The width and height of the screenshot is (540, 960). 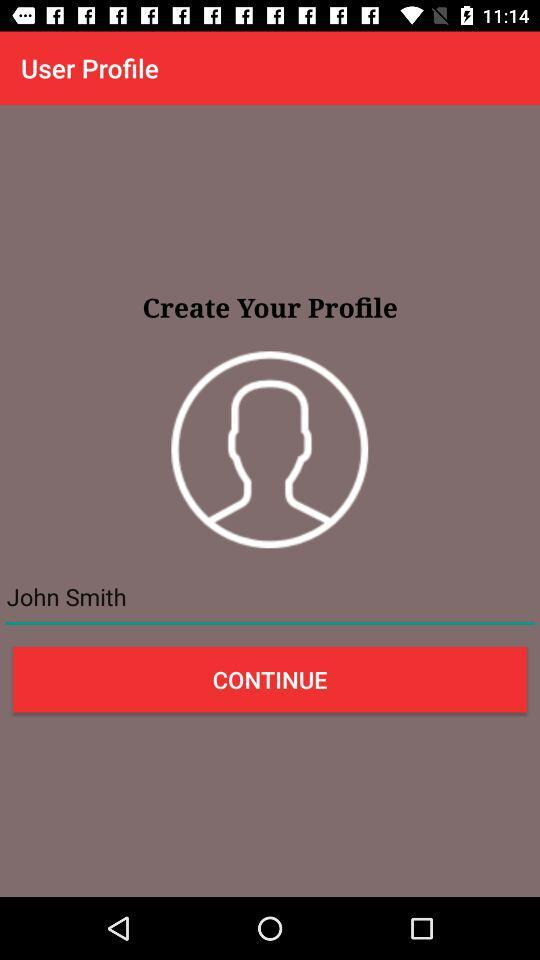 I want to click on the item below the john smith, so click(x=270, y=679).